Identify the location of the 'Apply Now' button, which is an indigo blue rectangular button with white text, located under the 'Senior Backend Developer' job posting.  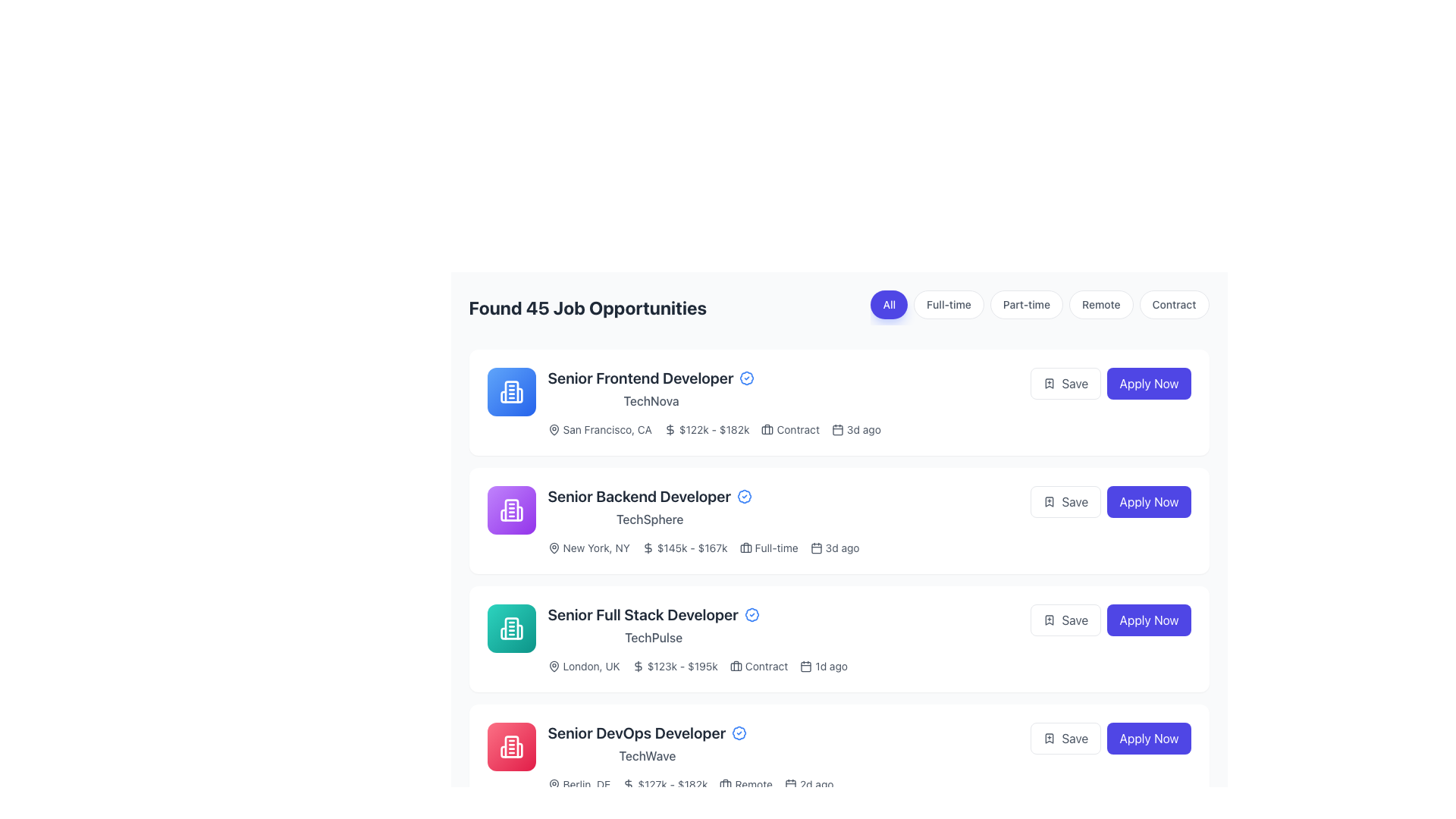
(1149, 502).